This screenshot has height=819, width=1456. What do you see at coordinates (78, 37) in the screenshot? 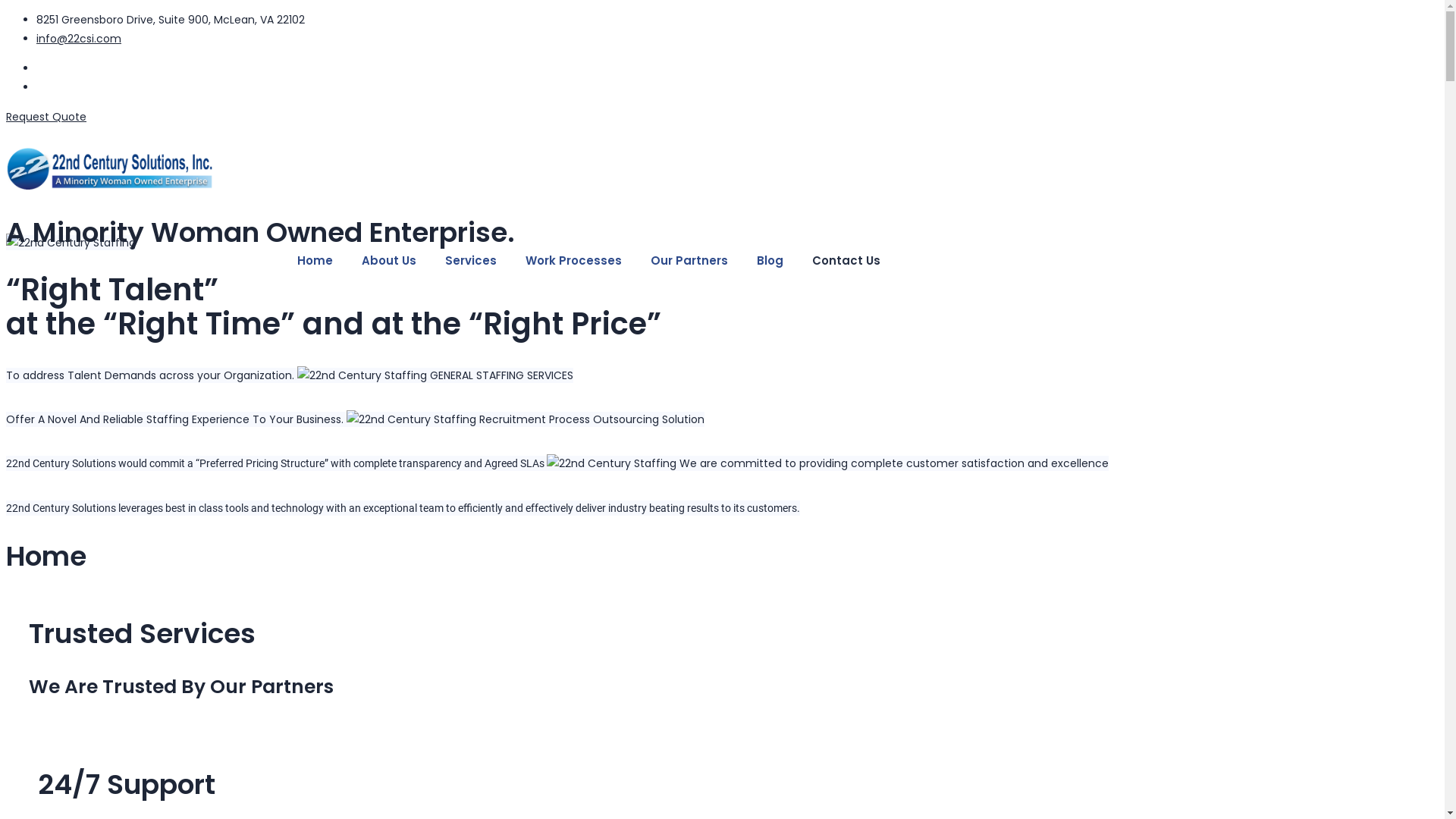
I see `'info@22csi.com'` at bounding box center [78, 37].